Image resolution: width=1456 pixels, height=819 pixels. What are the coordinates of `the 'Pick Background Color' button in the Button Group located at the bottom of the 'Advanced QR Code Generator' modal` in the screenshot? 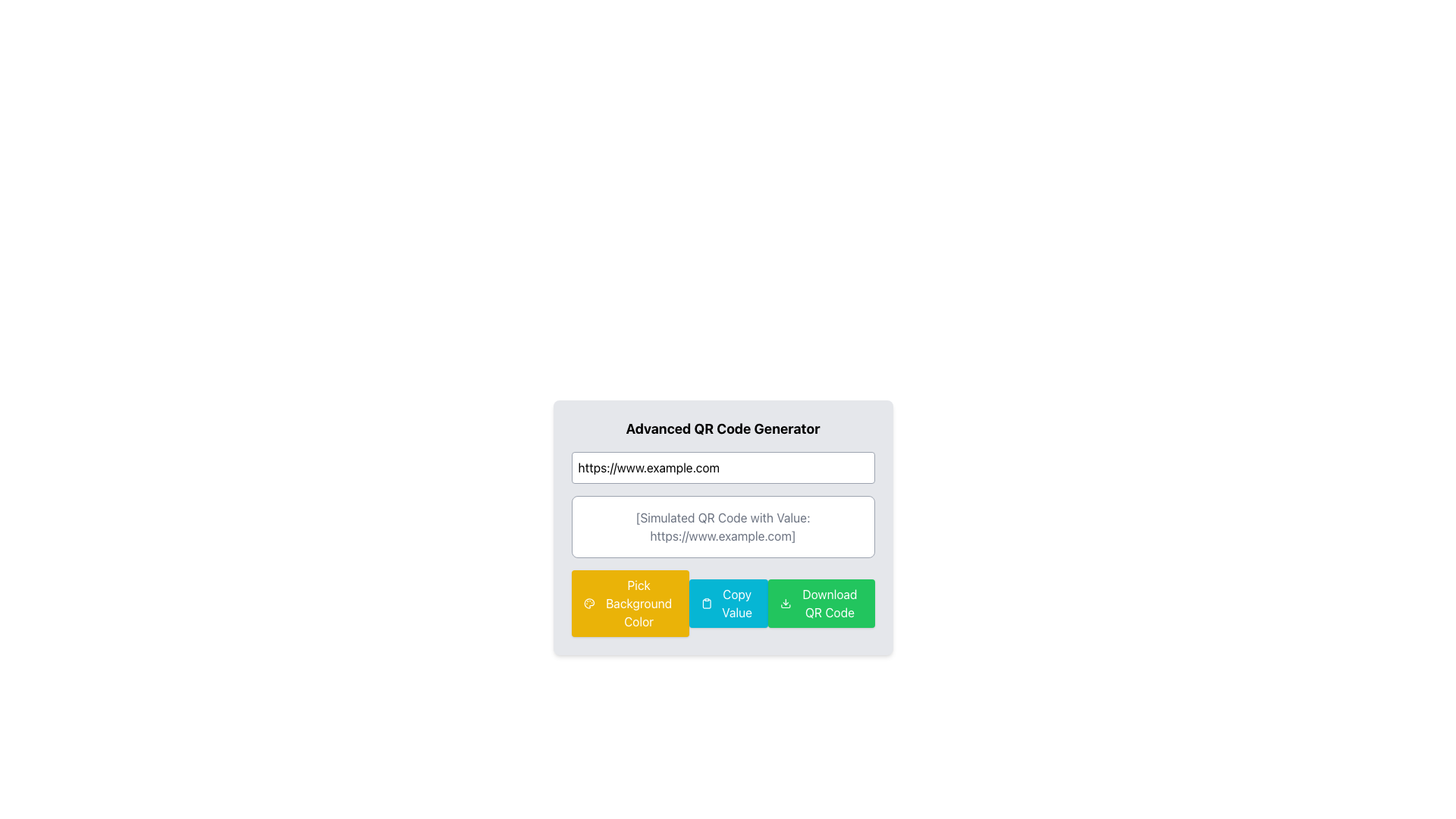 It's located at (722, 602).